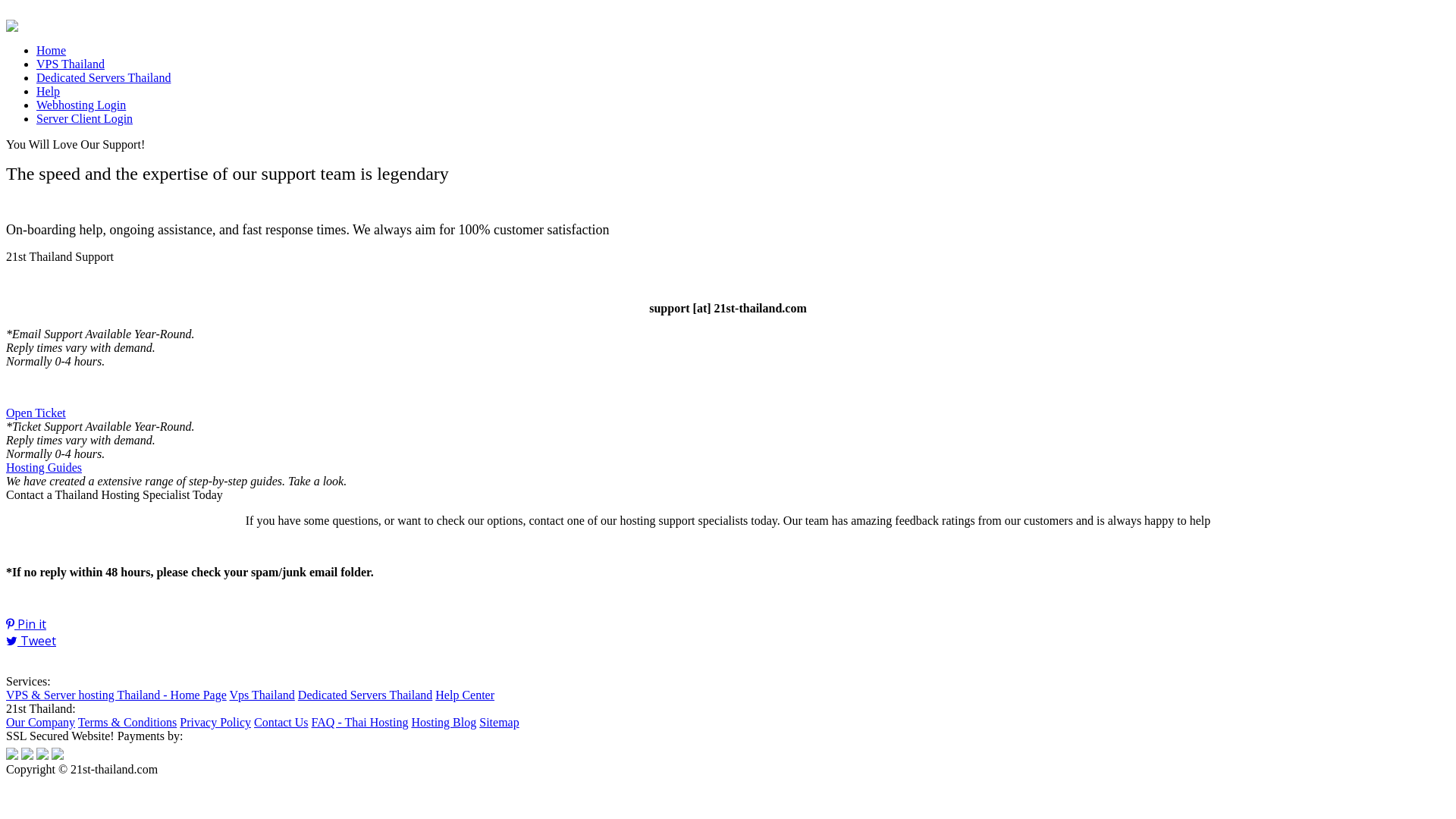 This screenshot has width=1456, height=819. Describe the element at coordinates (254, 721) in the screenshot. I see `'Contact Us'` at that location.